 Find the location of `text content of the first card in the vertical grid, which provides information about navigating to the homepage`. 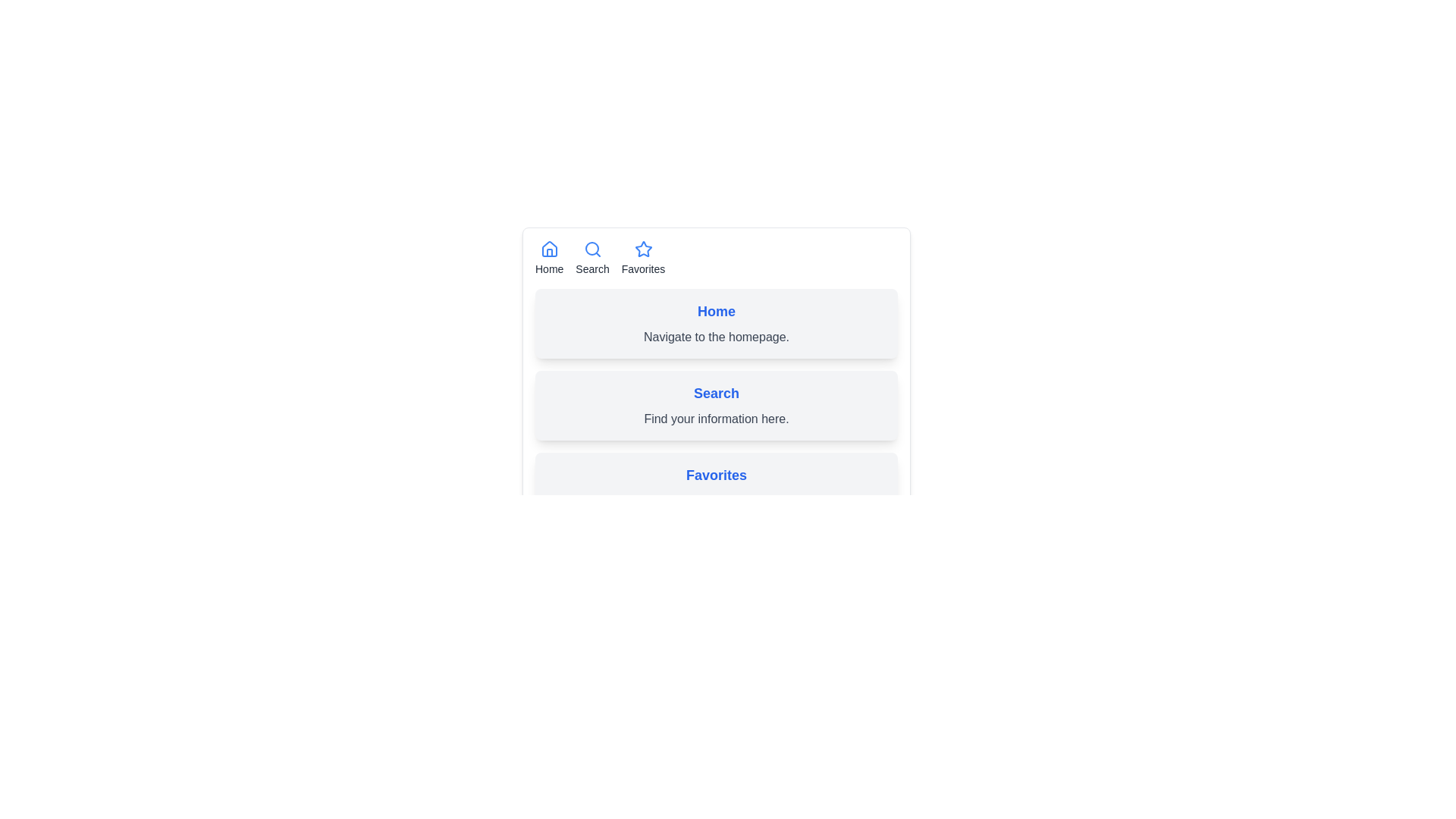

text content of the first card in the vertical grid, which provides information about navigating to the homepage is located at coordinates (716, 323).